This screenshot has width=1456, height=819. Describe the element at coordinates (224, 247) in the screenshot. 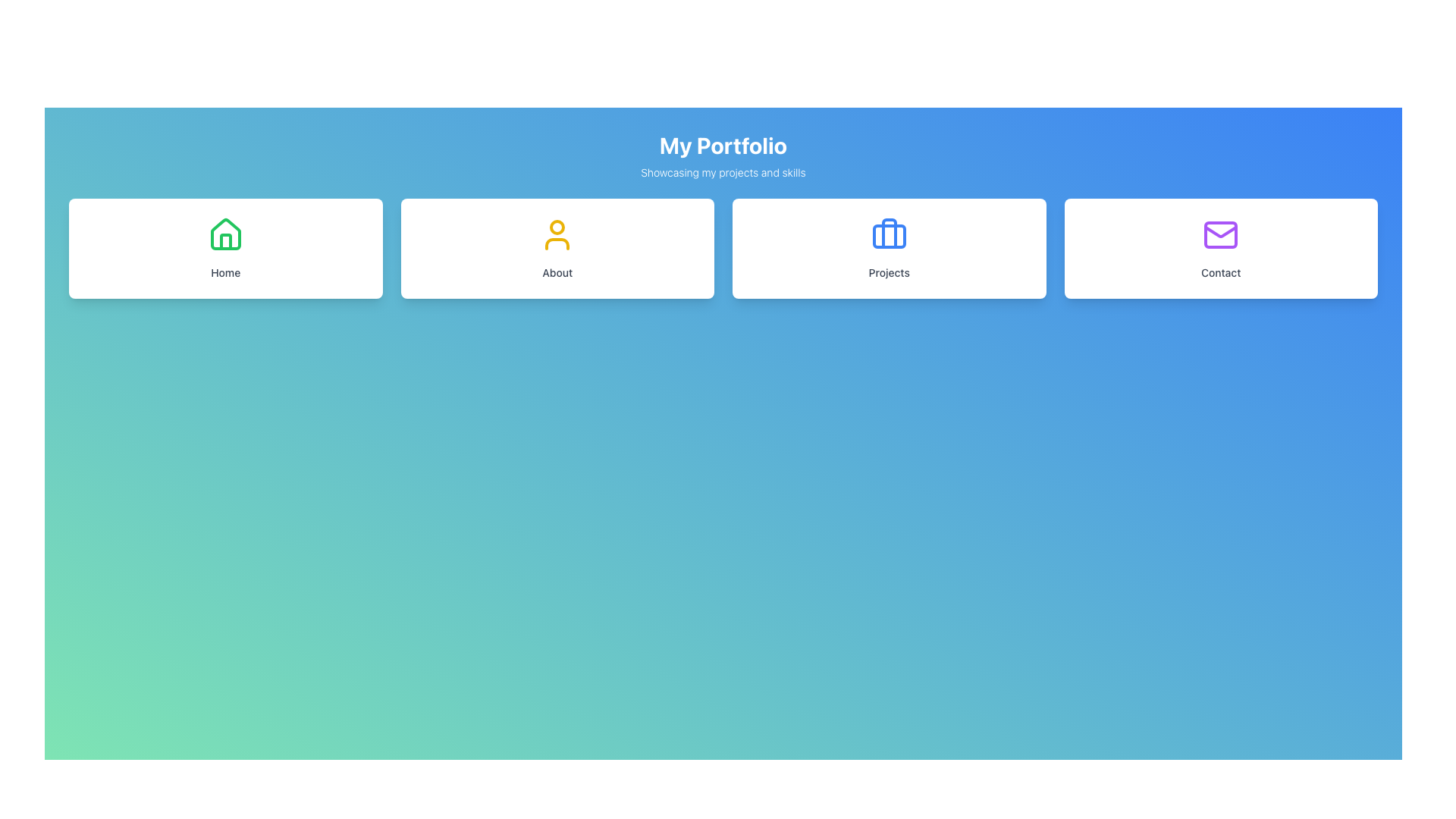

I see `the 'Home' button, which is a rectangular card with a white background, a green house icon at the top center, and the text 'Home' underneath, located in the top-left corner of the grid layout` at that location.